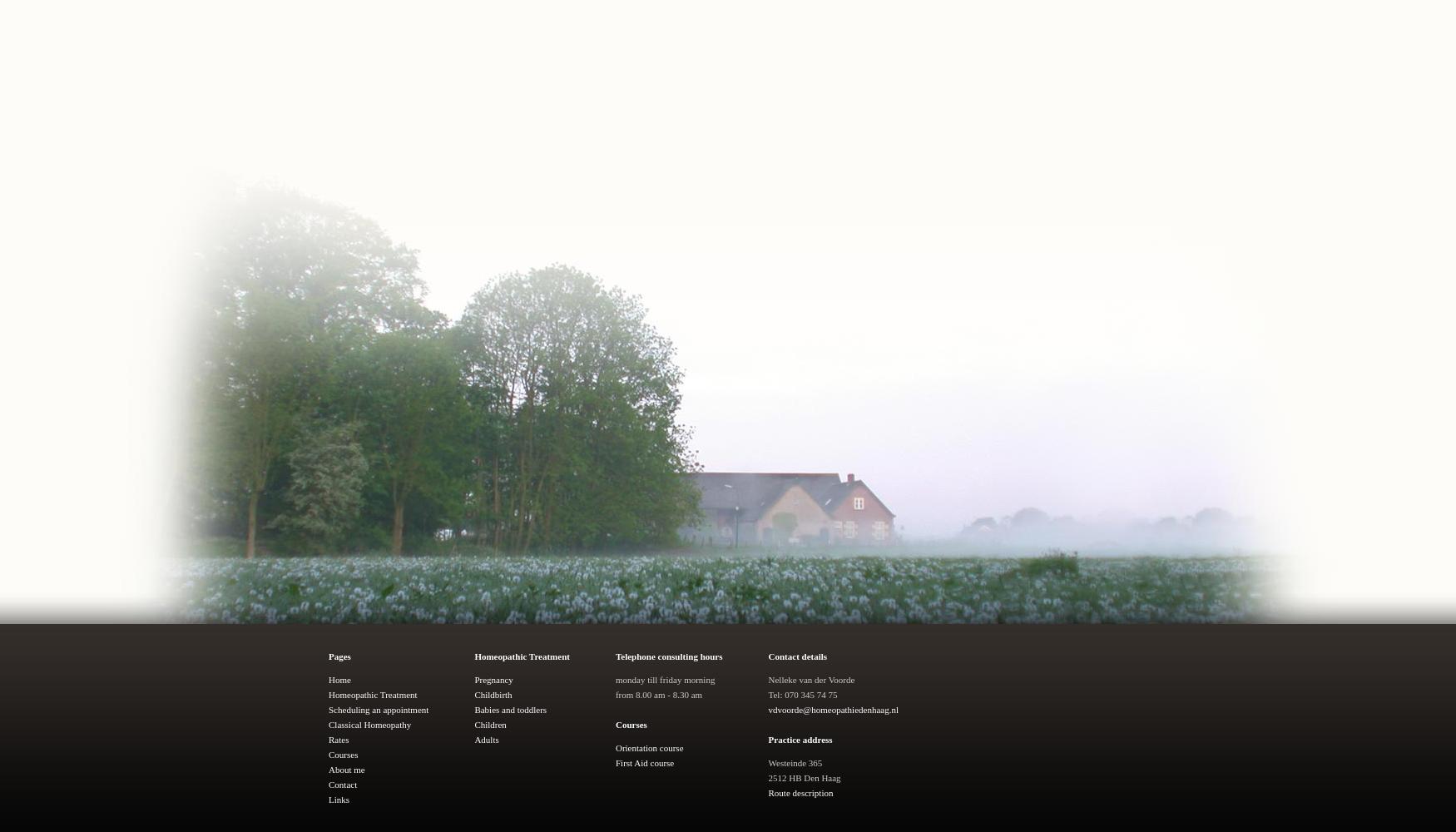  I want to click on 'Tel: 070 345 74 75', so click(766, 694).